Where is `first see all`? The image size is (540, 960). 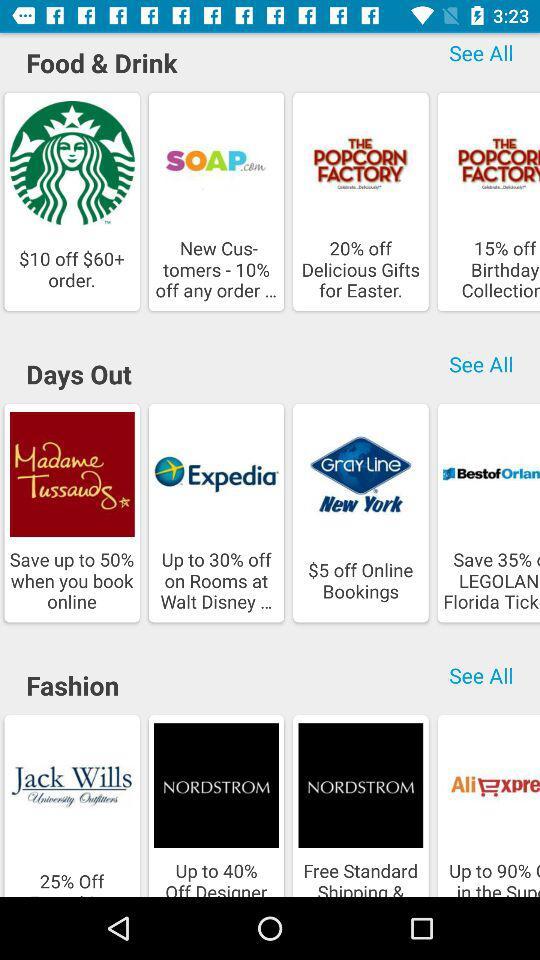
first see all is located at coordinates (480, 55).